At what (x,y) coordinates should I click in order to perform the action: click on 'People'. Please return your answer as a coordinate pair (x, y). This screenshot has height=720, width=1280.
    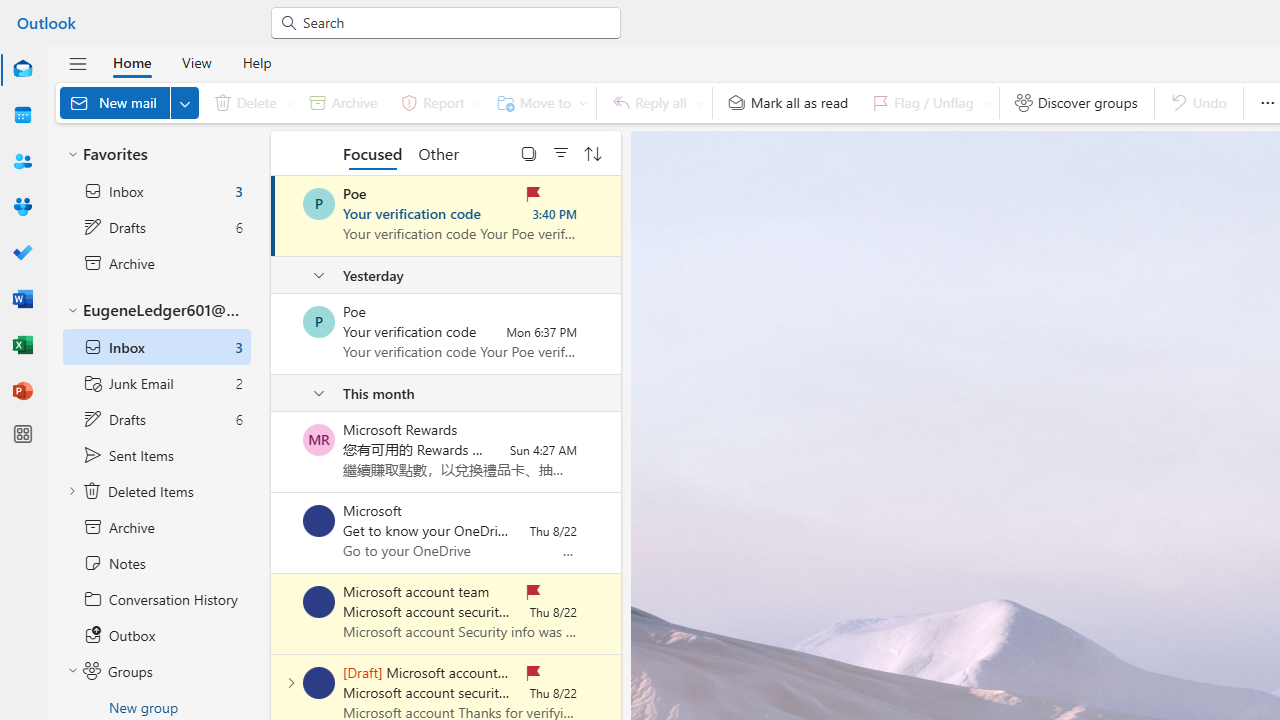
    Looking at the image, I should click on (23, 161).